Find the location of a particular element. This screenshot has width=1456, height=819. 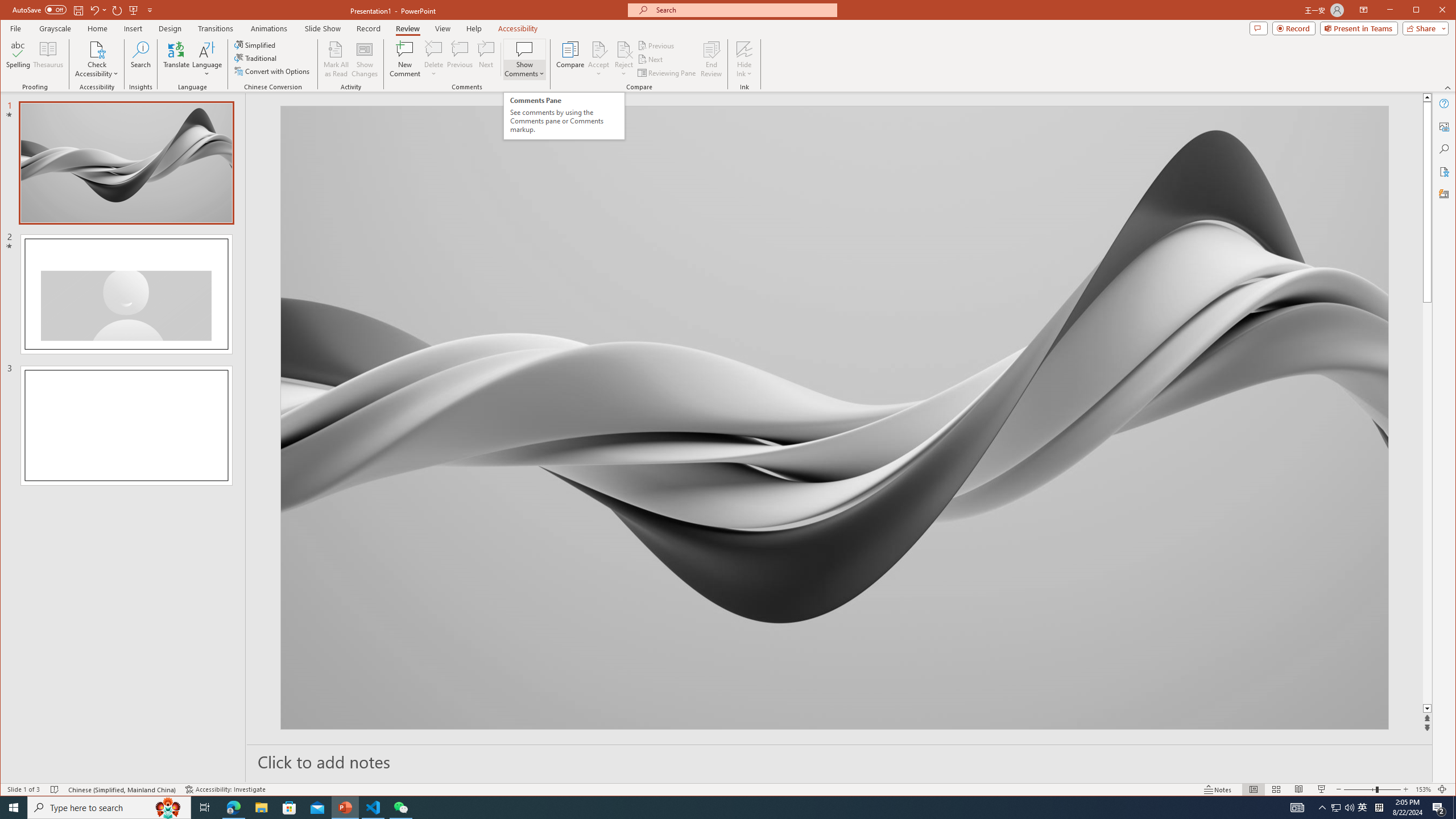

'Language' is located at coordinates (206, 59).